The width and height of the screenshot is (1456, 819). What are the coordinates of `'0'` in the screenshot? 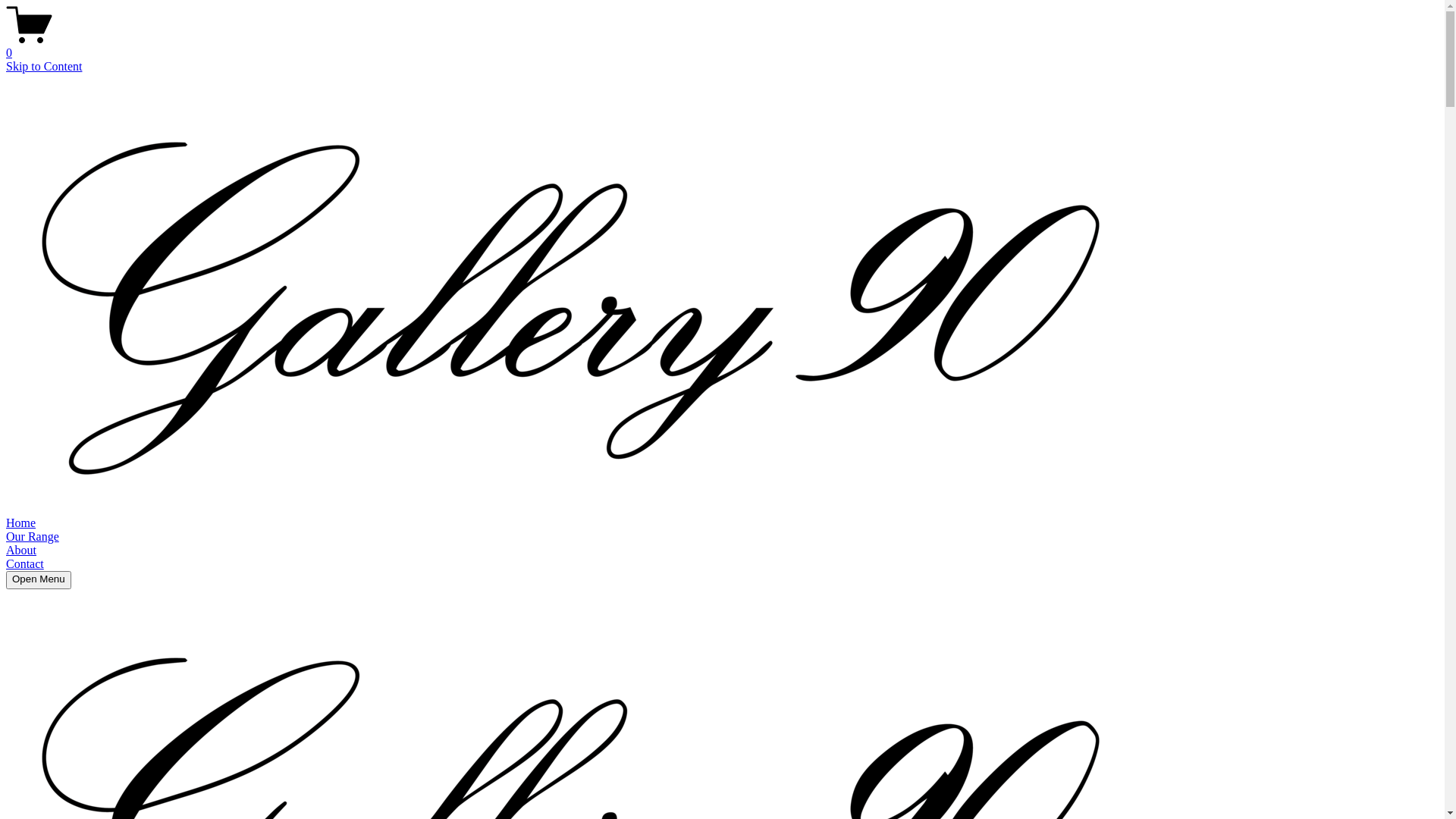 It's located at (721, 45).